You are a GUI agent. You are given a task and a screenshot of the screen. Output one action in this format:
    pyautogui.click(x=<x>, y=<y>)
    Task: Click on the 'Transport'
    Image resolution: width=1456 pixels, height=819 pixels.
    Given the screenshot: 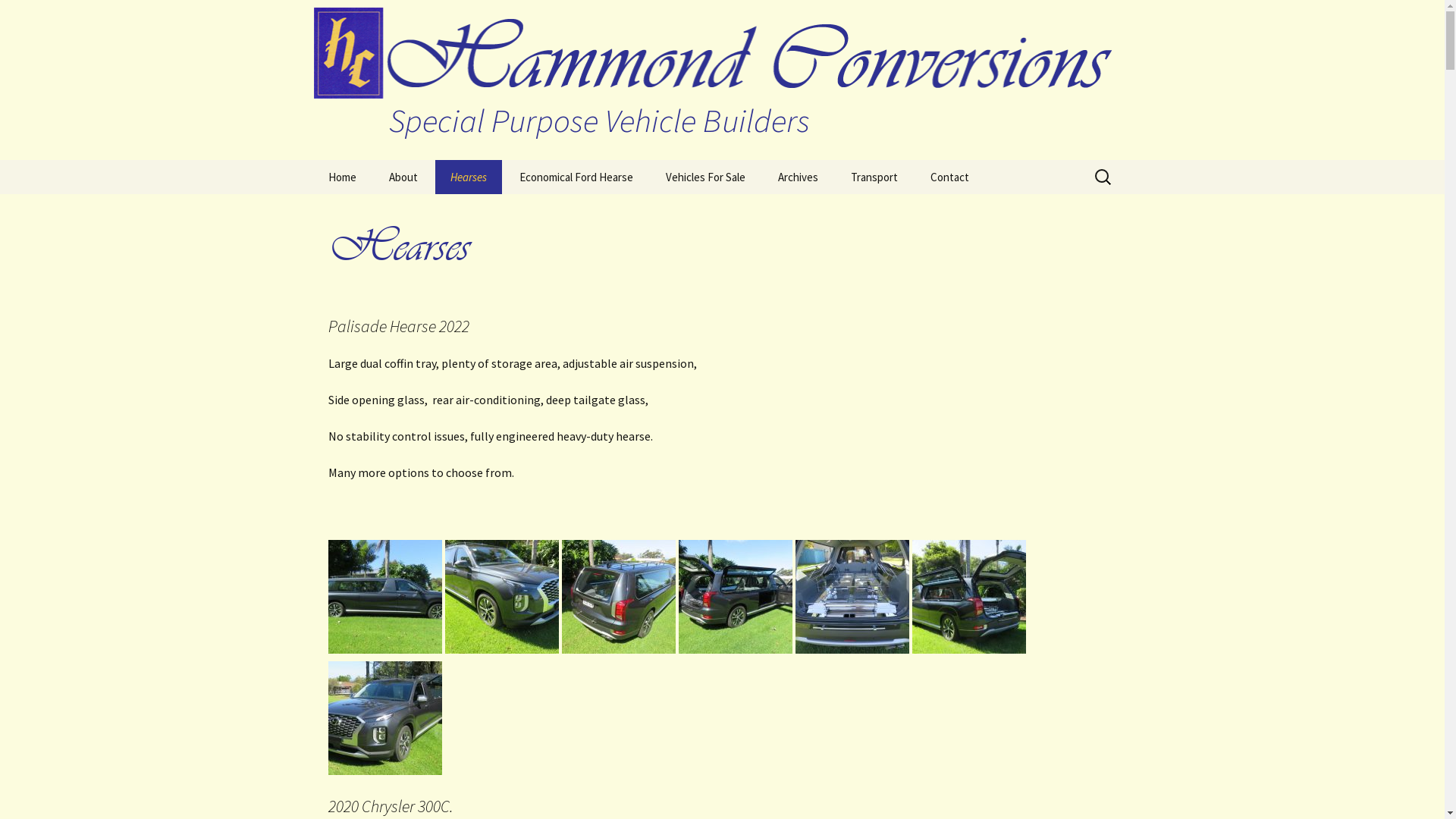 What is the action you would take?
    pyautogui.click(x=835, y=176)
    